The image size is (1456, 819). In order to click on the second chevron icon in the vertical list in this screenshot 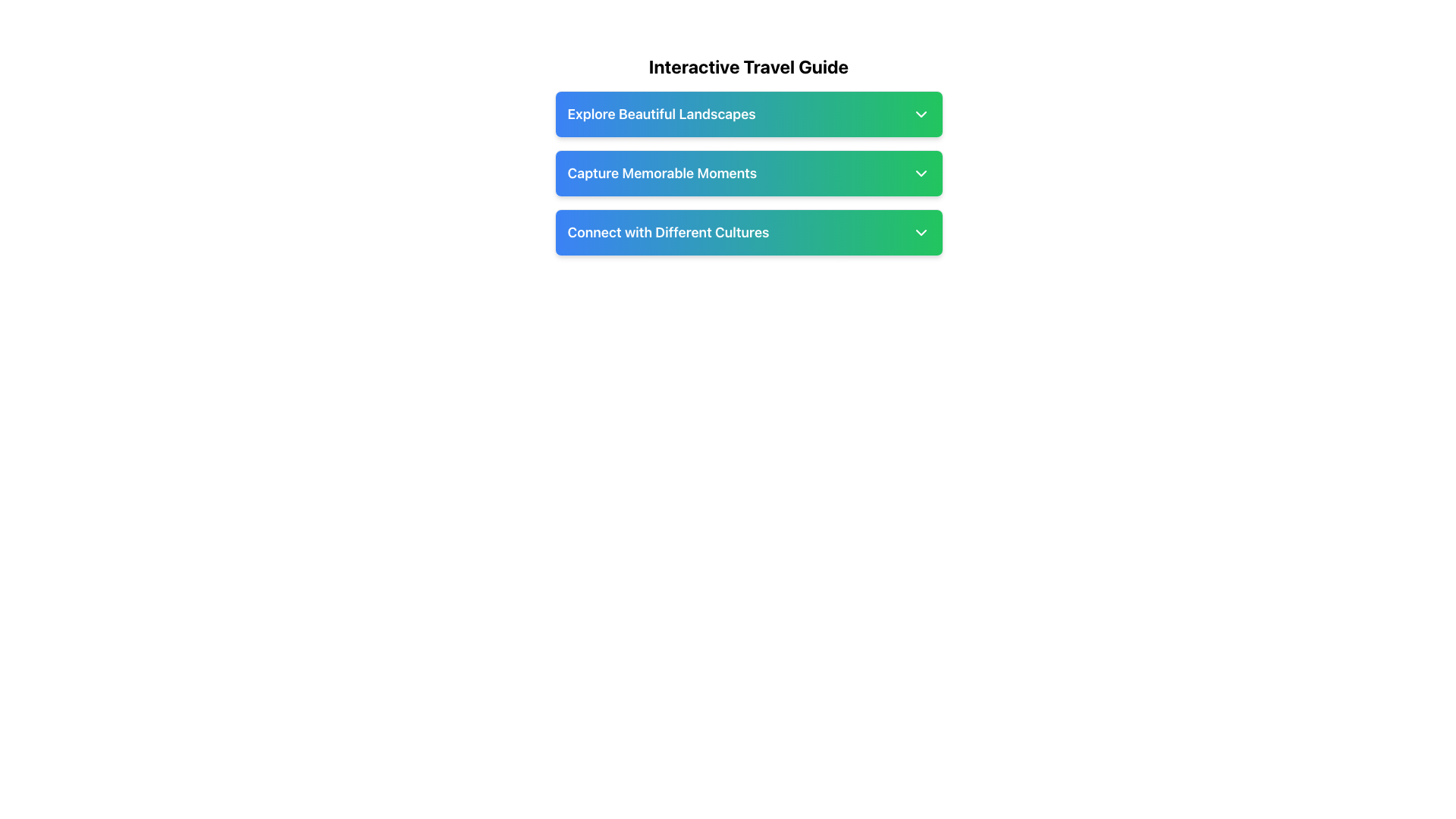, I will do `click(920, 172)`.